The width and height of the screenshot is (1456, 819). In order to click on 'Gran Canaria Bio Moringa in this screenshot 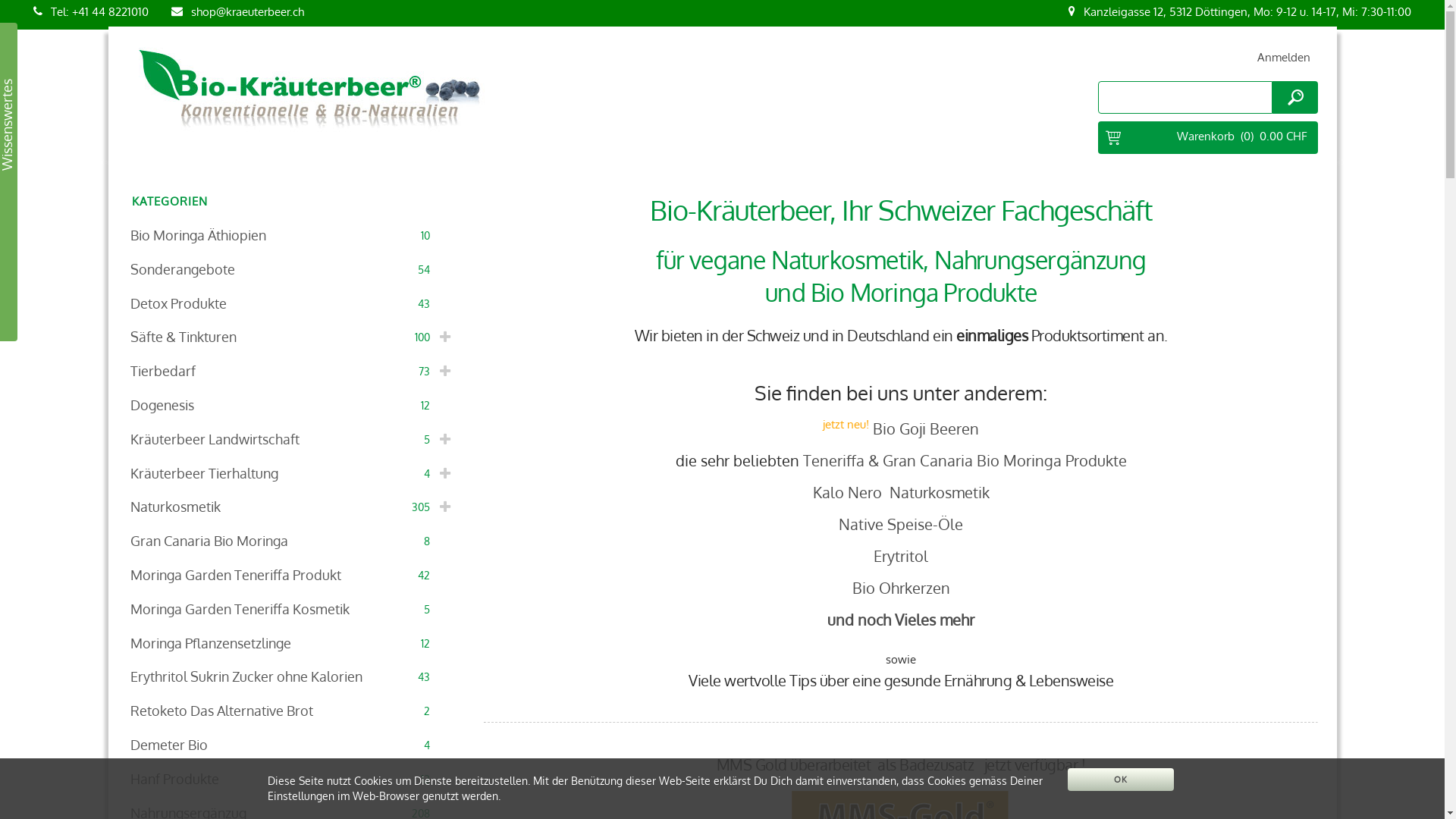, I will do `click(293, 540)`.